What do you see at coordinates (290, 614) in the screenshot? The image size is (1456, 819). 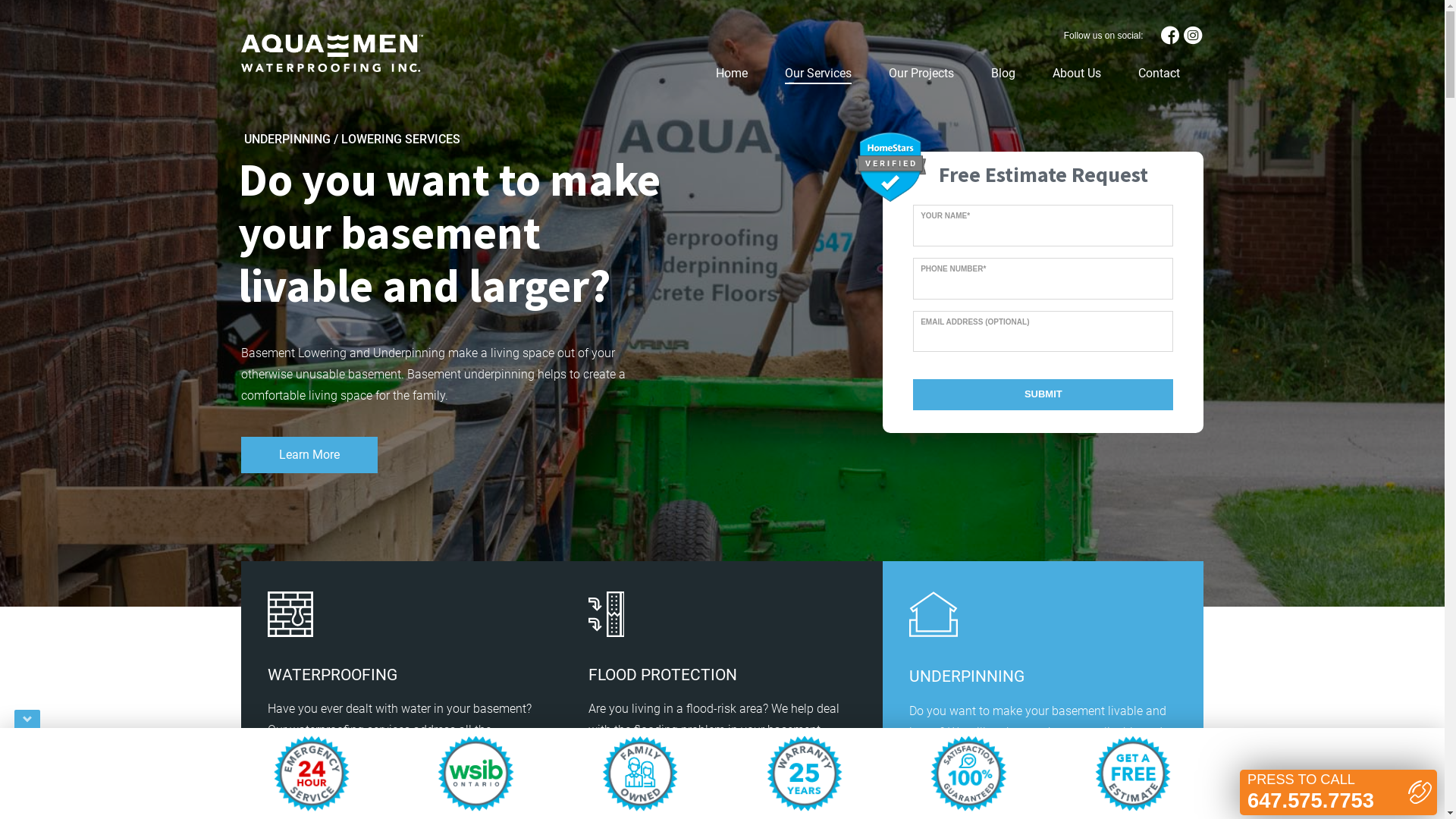 I see `'Aquamen-Icon-Wallleak-white'` at bounding box center [290, 614].